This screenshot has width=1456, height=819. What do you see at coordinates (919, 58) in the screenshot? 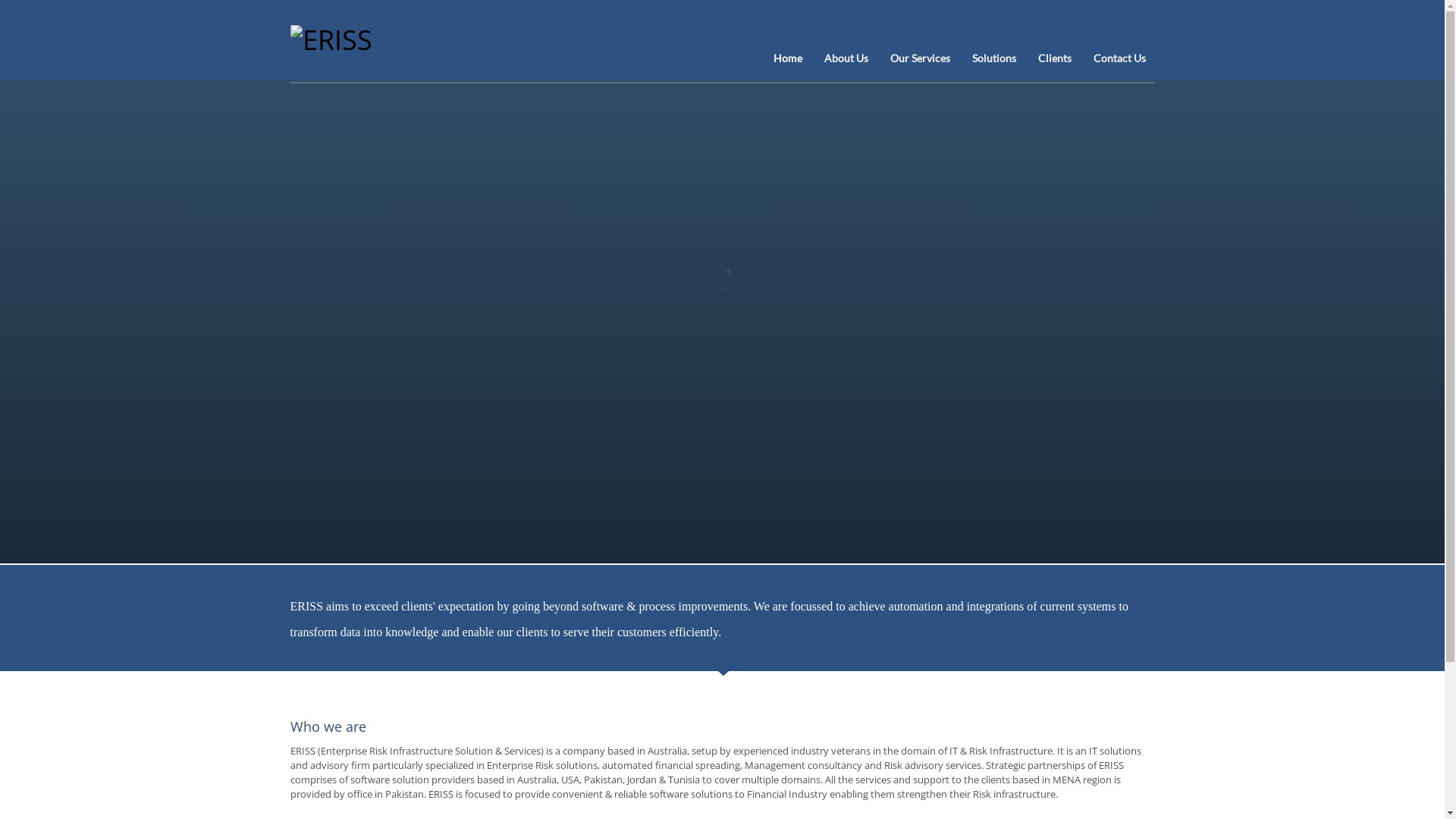
I see `'Our Services'` at bounding box center [919, 58].